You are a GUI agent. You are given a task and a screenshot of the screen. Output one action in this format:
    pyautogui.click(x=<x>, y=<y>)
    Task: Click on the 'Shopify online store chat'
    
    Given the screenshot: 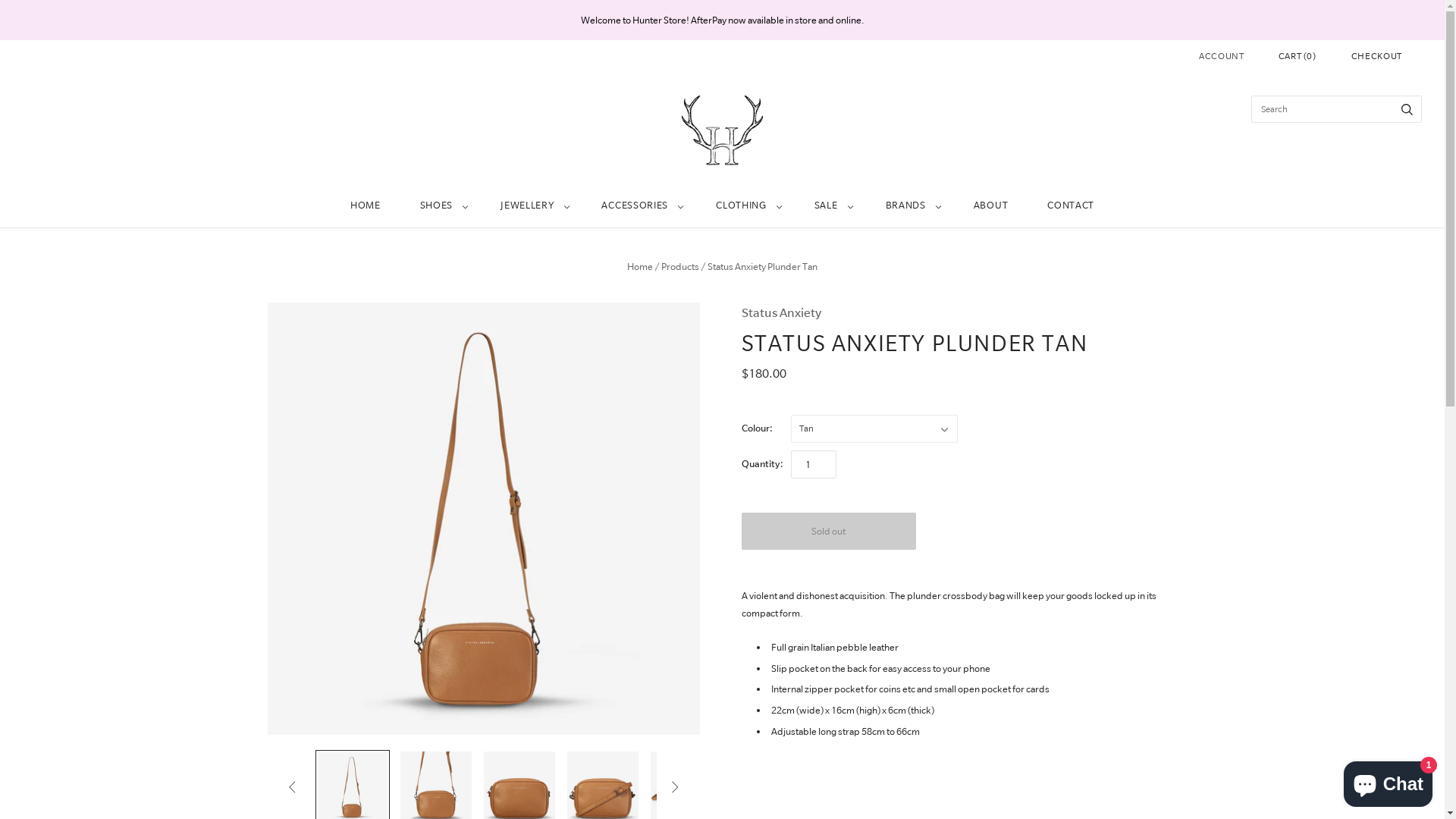 What is the action you would take?
    pyautogui.click(x=1388, y=780)
    